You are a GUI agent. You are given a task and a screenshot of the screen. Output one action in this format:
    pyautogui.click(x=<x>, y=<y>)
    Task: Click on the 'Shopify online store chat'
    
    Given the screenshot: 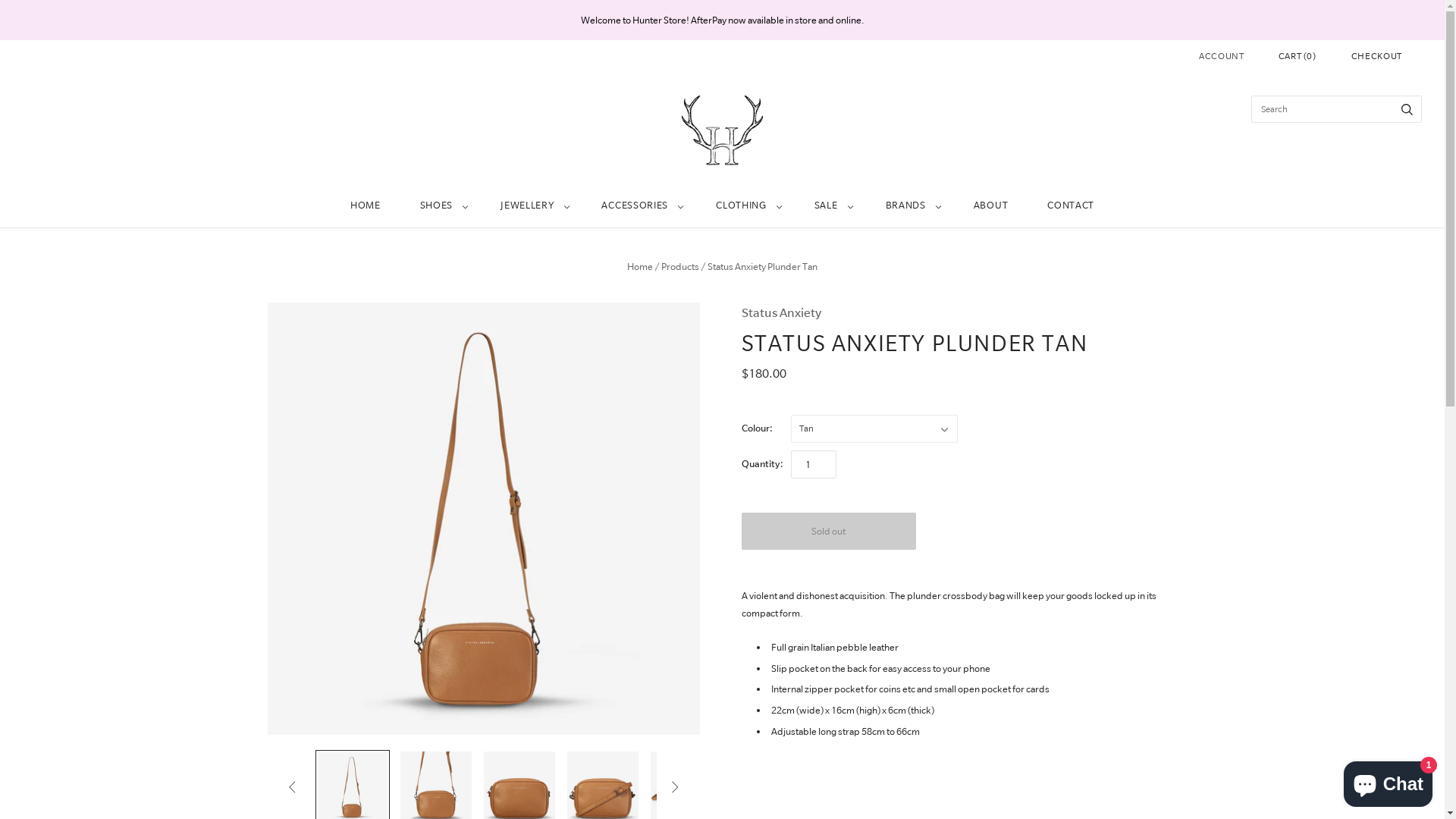 What is the action you would take?
    pyautogui.click(x=1388, y=780)
    